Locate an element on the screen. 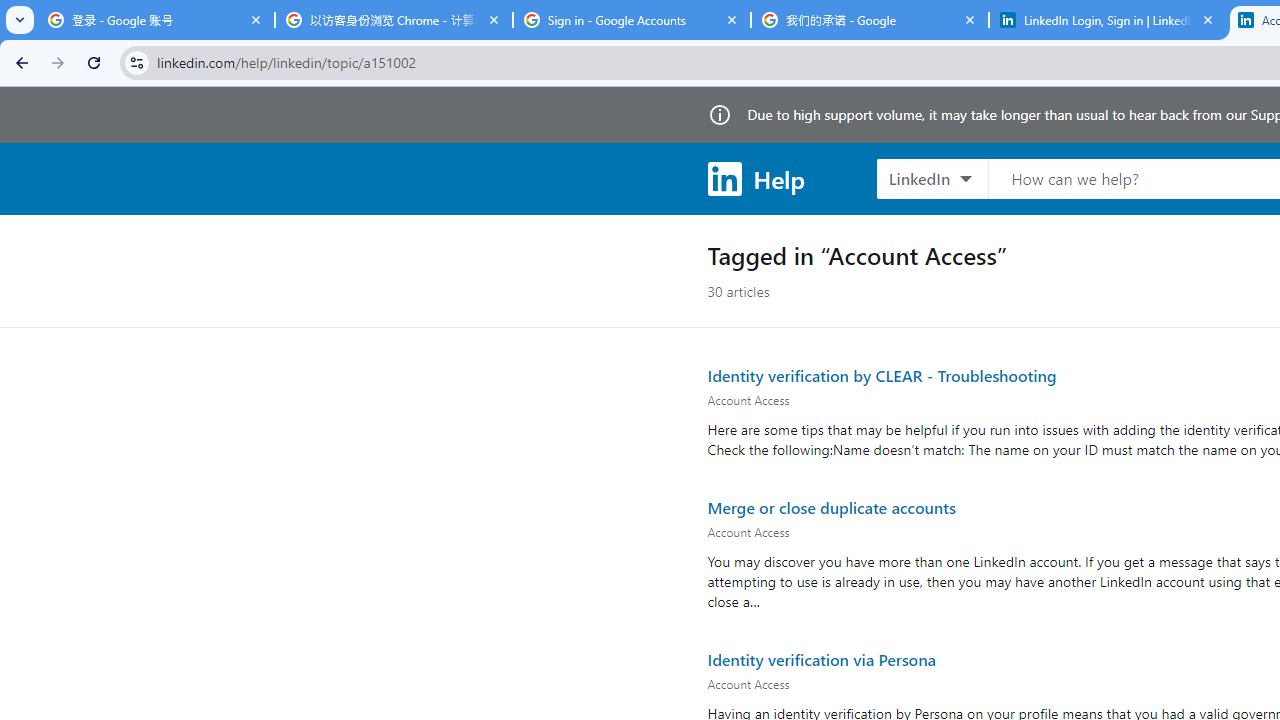 This screenshot has width=1280, height=720. 'Sign in - Google Accounts' is located at coordinates (631, 20).